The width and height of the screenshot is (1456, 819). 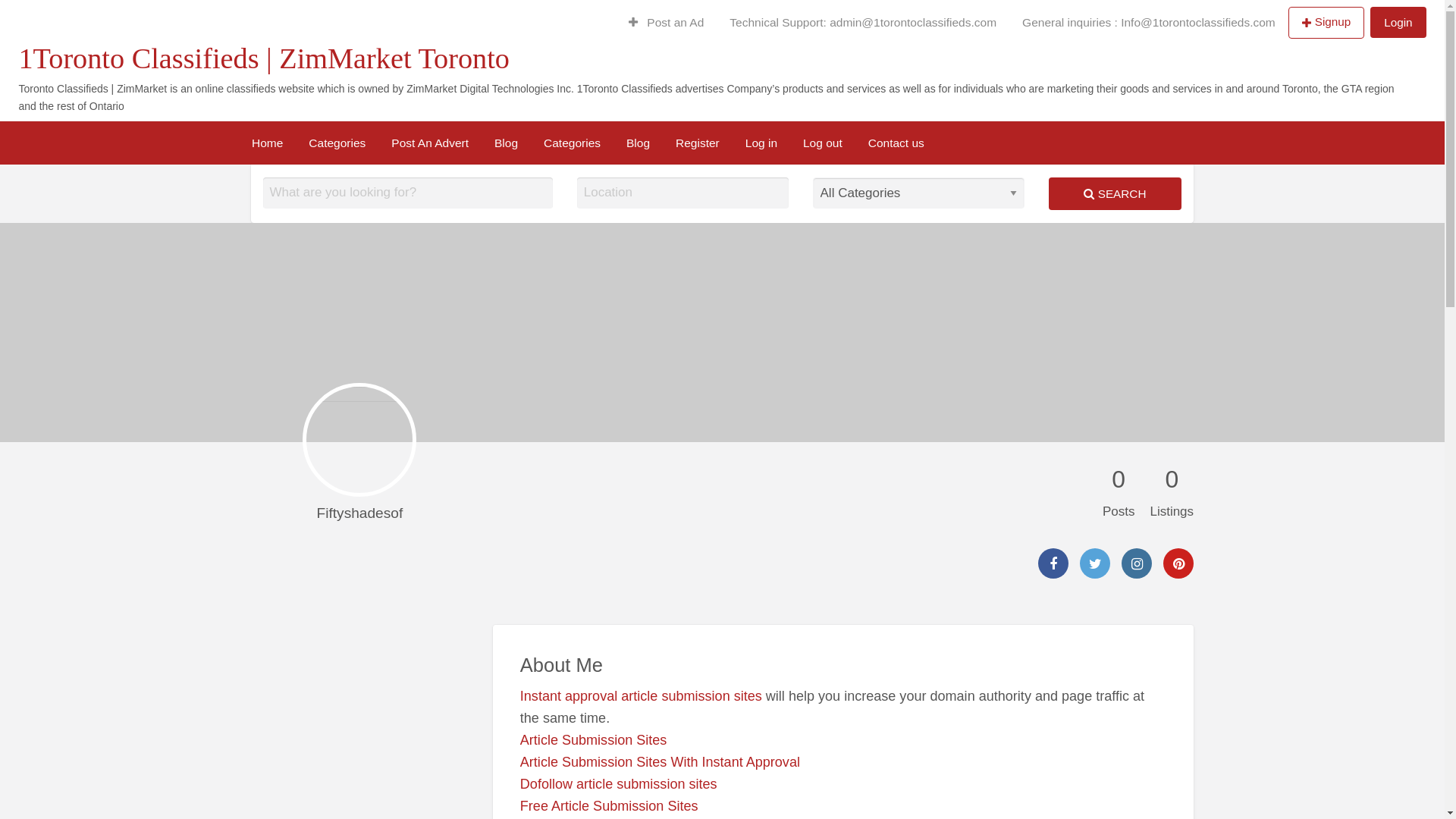 What do you see at coordinates (896, 143) in the screenshot?
I see `'Contact us'` at bounding box center [896, 143].